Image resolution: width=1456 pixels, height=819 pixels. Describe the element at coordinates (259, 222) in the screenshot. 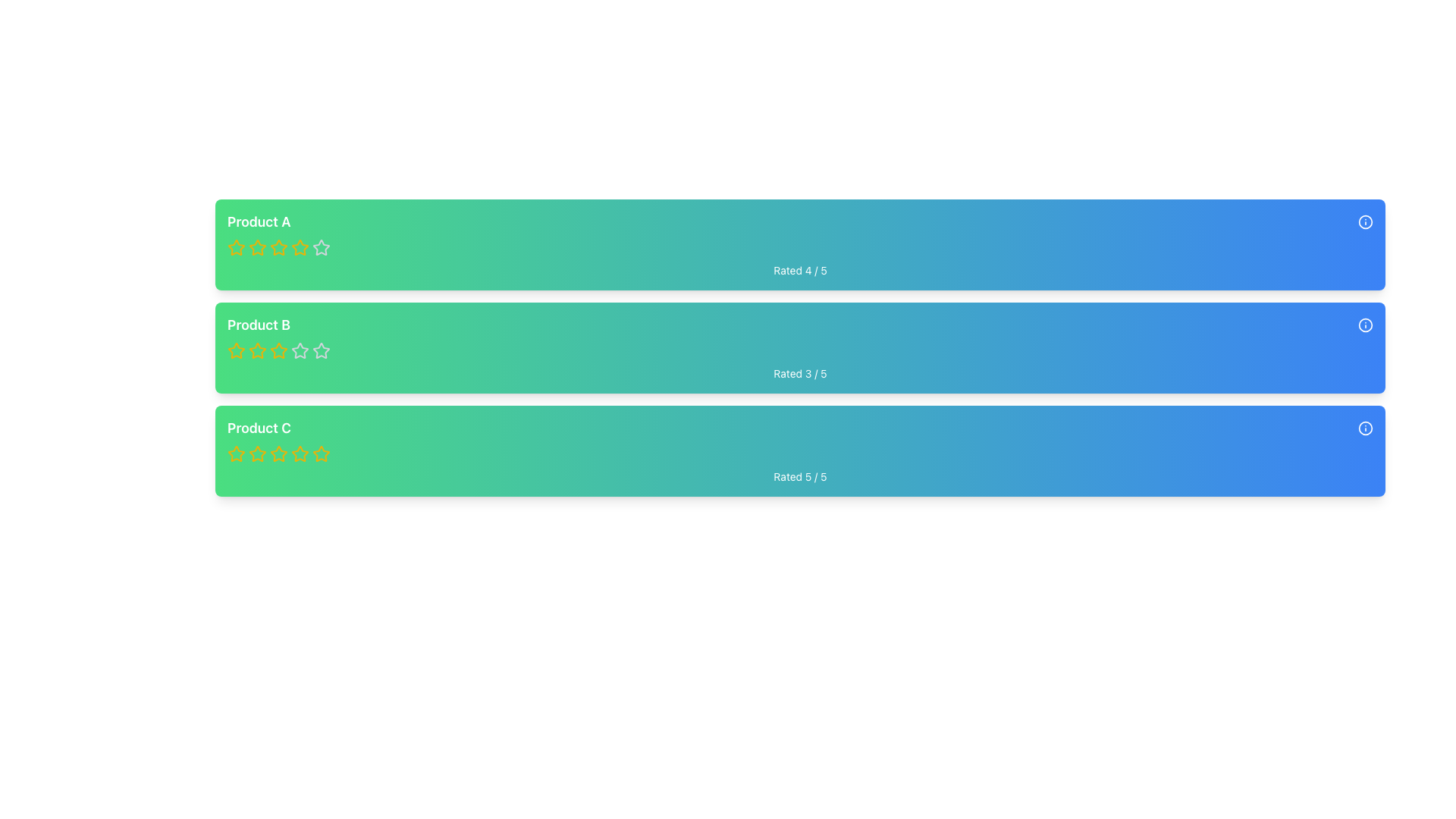

I see `the Text Label displaying 'Product A', which is located at the upper left of the first row in a vertically stacked list of items` at that location.